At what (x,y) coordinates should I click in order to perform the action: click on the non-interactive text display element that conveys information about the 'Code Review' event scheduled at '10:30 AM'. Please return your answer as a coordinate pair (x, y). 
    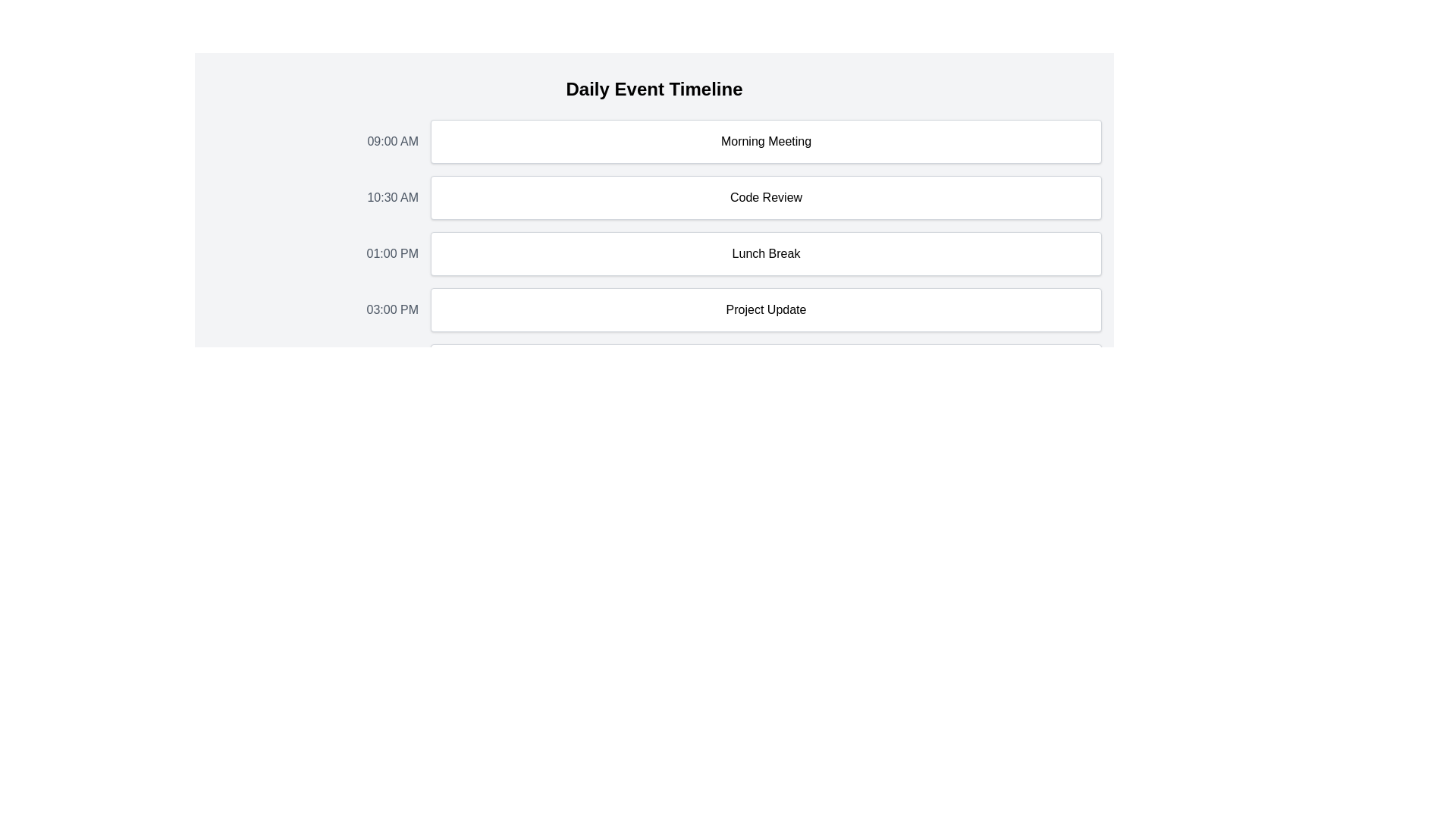
    Looking at the image, I should click on (766, 197).